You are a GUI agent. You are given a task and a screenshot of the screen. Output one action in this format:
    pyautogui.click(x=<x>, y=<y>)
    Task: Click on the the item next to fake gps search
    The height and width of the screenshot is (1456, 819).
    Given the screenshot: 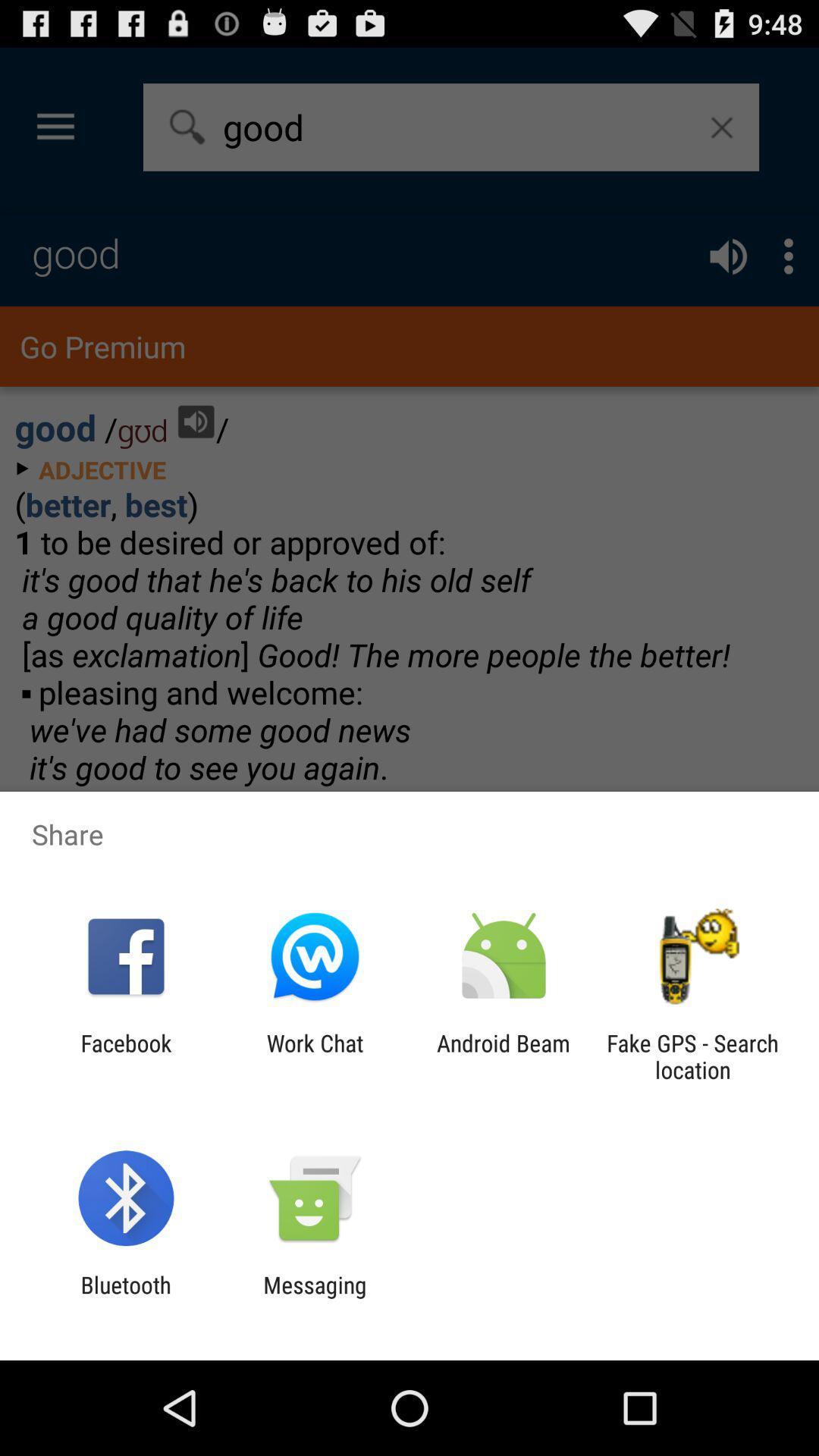 What is the action you would take?
    pyautogui.click(x=504, y=1056)
    